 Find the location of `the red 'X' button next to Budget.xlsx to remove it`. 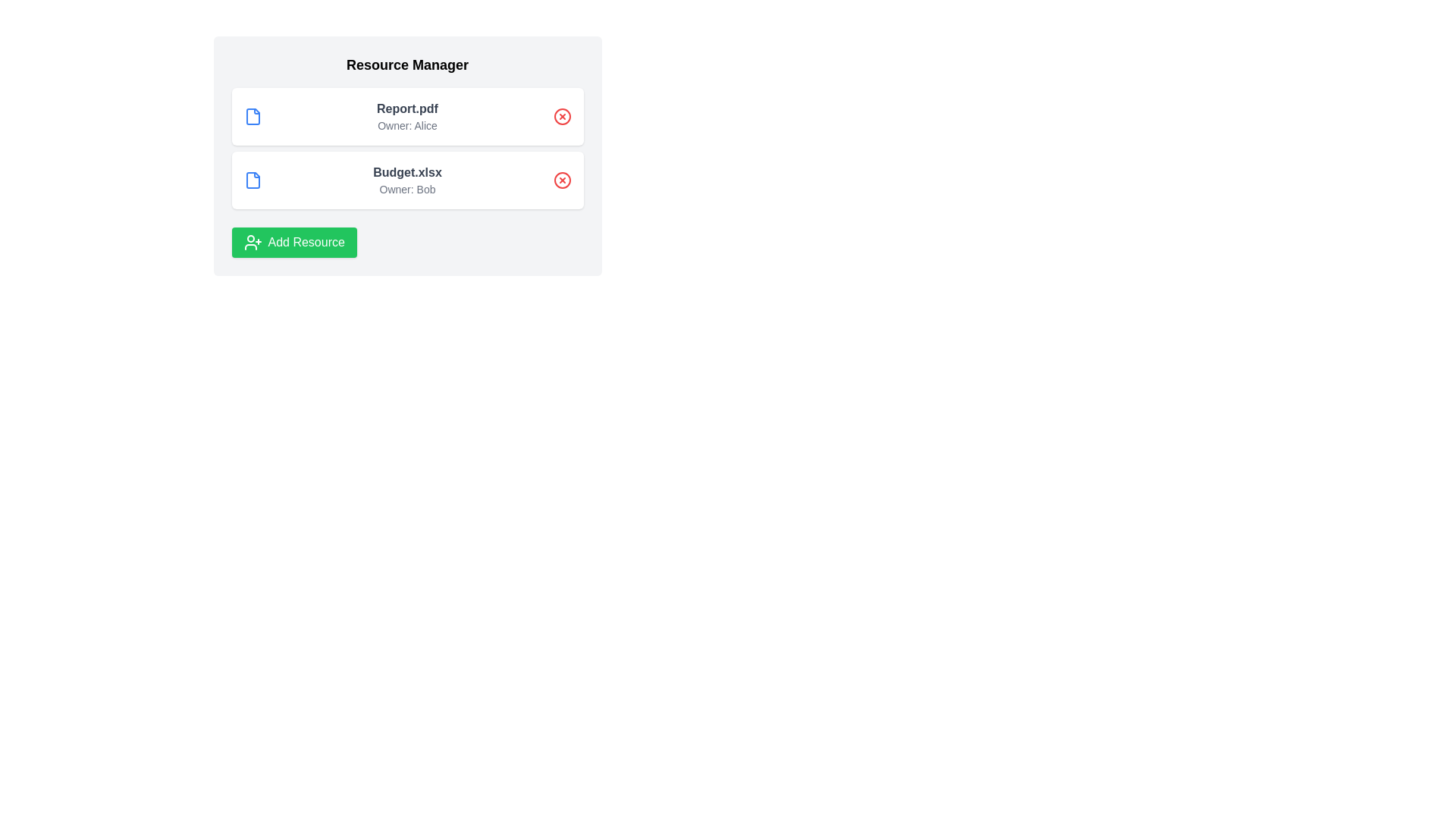

the red 'X' button next to Budget.xlsx to remove it is located at coordinates (561, 180).